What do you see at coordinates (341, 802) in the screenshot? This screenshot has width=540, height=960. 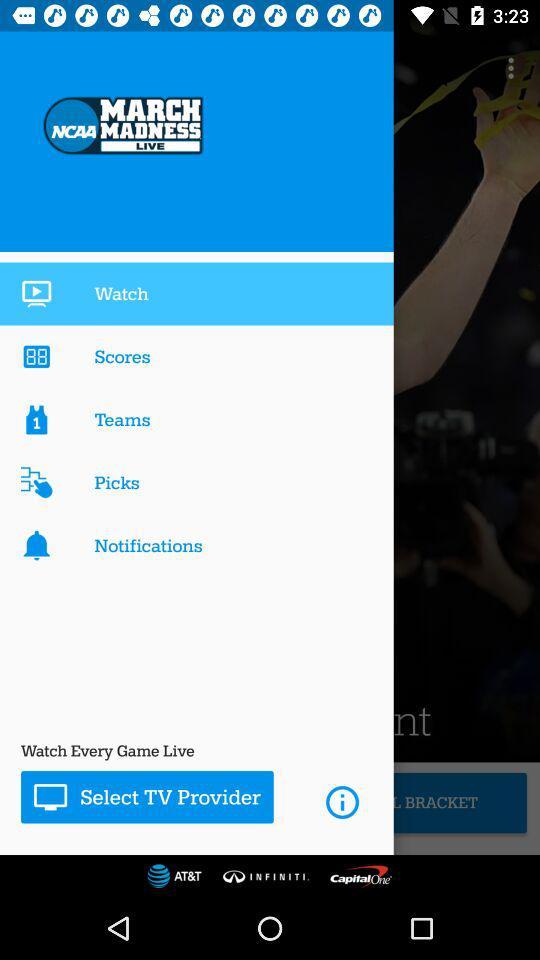 I see `the i icon which is there beside select tv provider` at bounding box center [341, 802].